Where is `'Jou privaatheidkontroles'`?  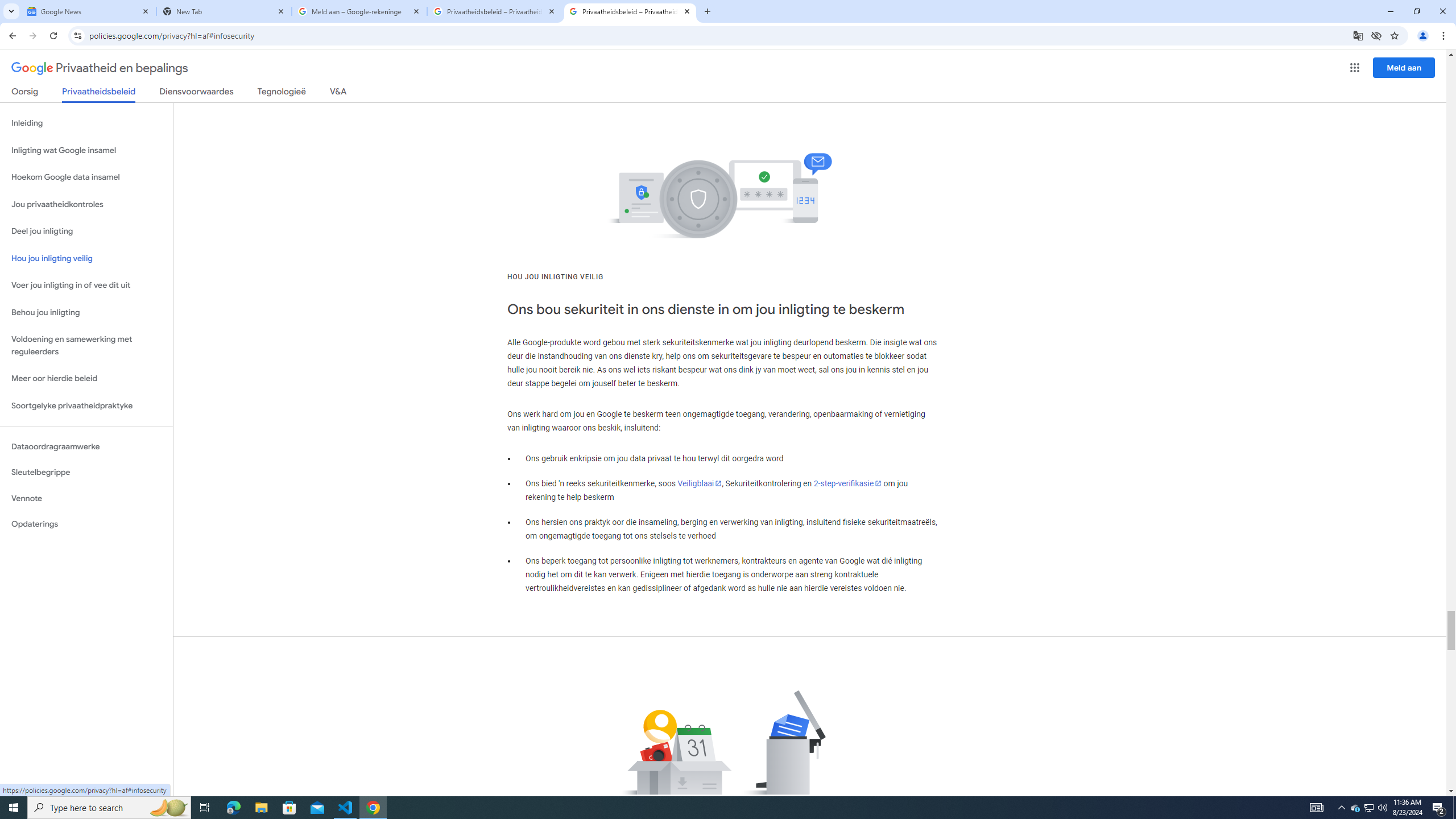 'Jou privaatheidkontroles' is located at coordinates (86, 205).